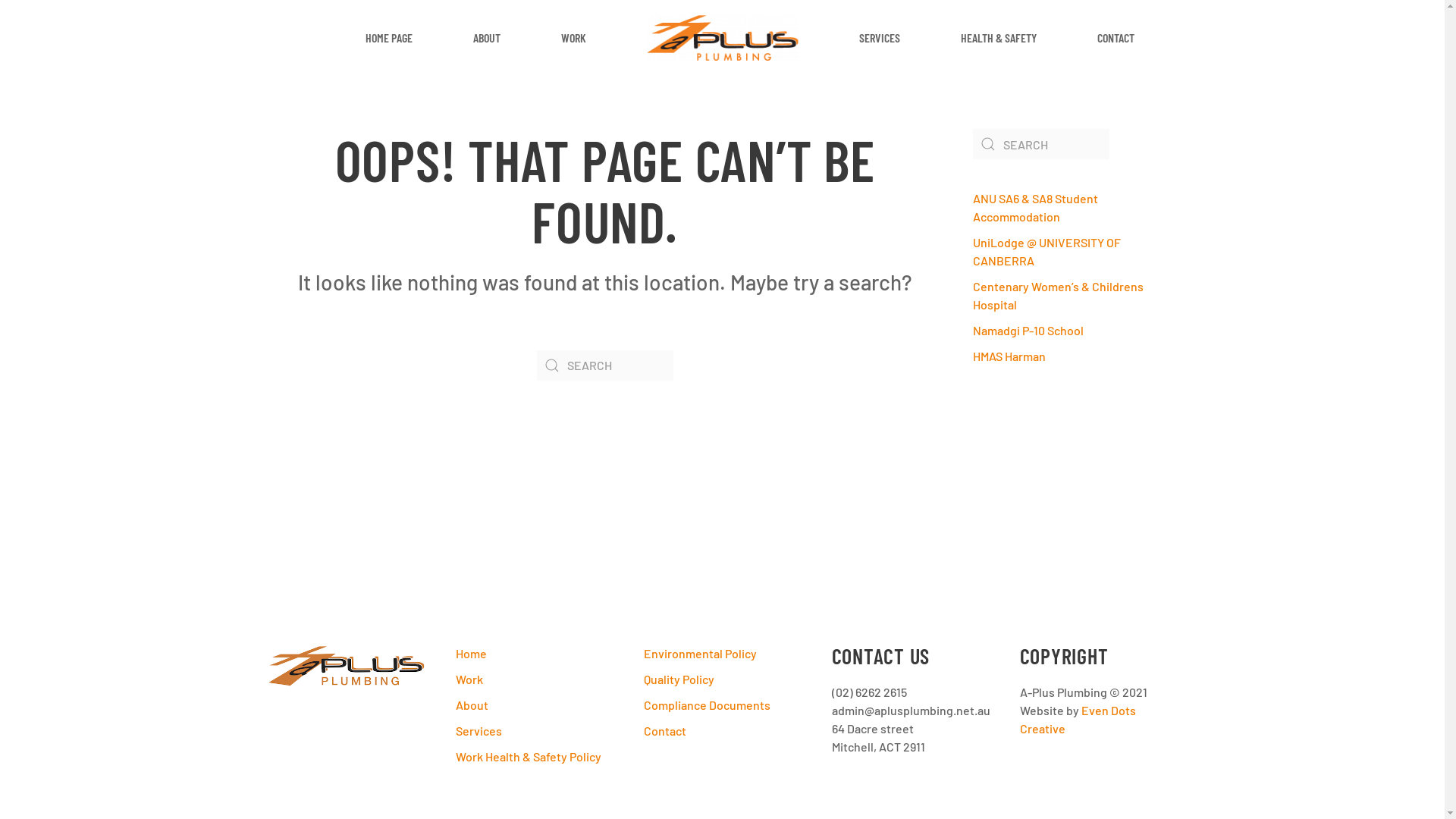 Image resolution: width=1456 pixels, height=819 pixels. Describe the element at coordinates (720, 652) in the screenshot. I see `'Environmental Policy'` at that location.